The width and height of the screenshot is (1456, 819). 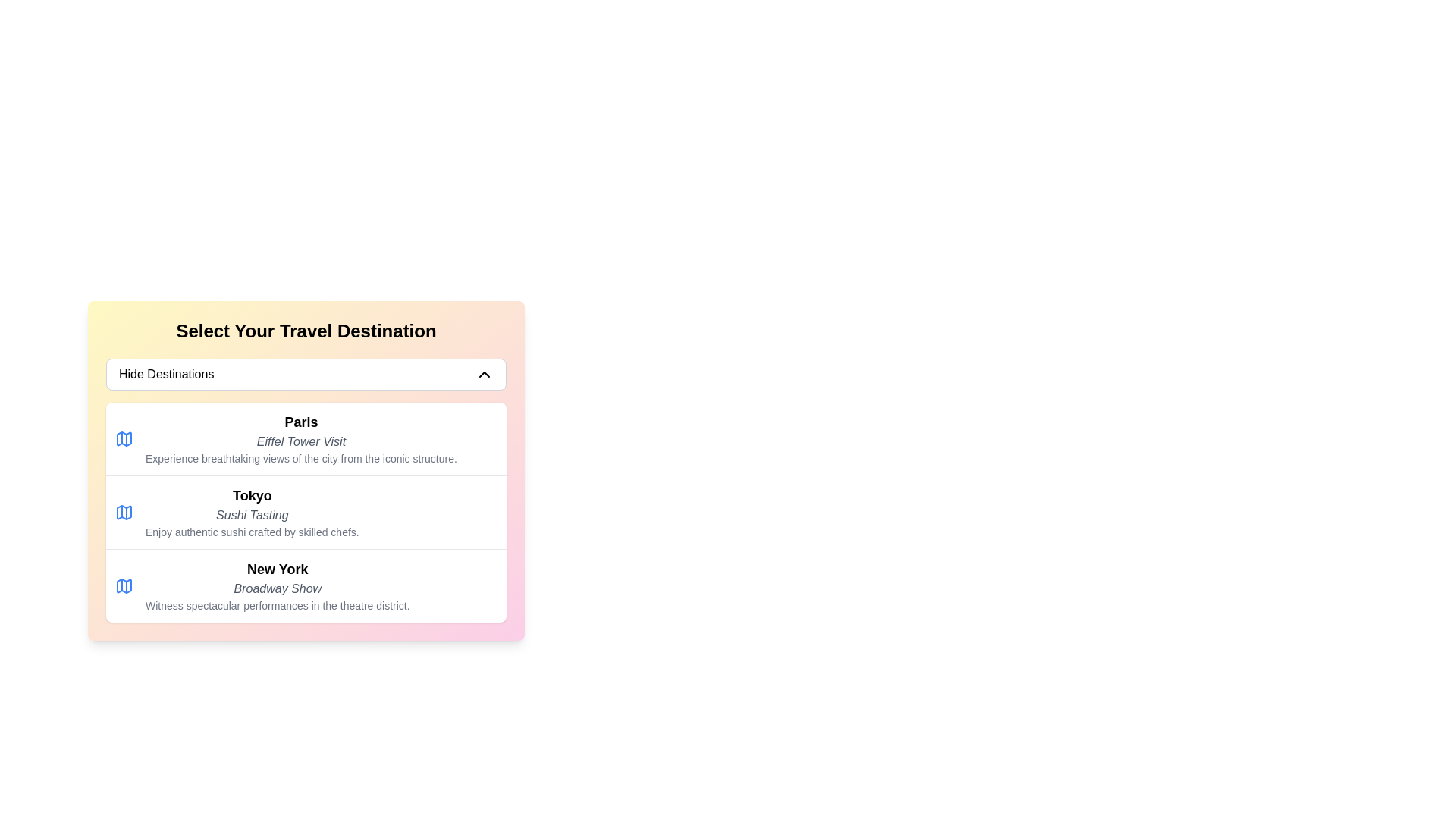 What do you see at coordinates (252, 532) in the screenshot?
I see `the text block in the 'Tokyo' travel destination section that reads 'Enjoy authentic sushi crafted by skilled chefs.'` at bounding box center [252, 532].